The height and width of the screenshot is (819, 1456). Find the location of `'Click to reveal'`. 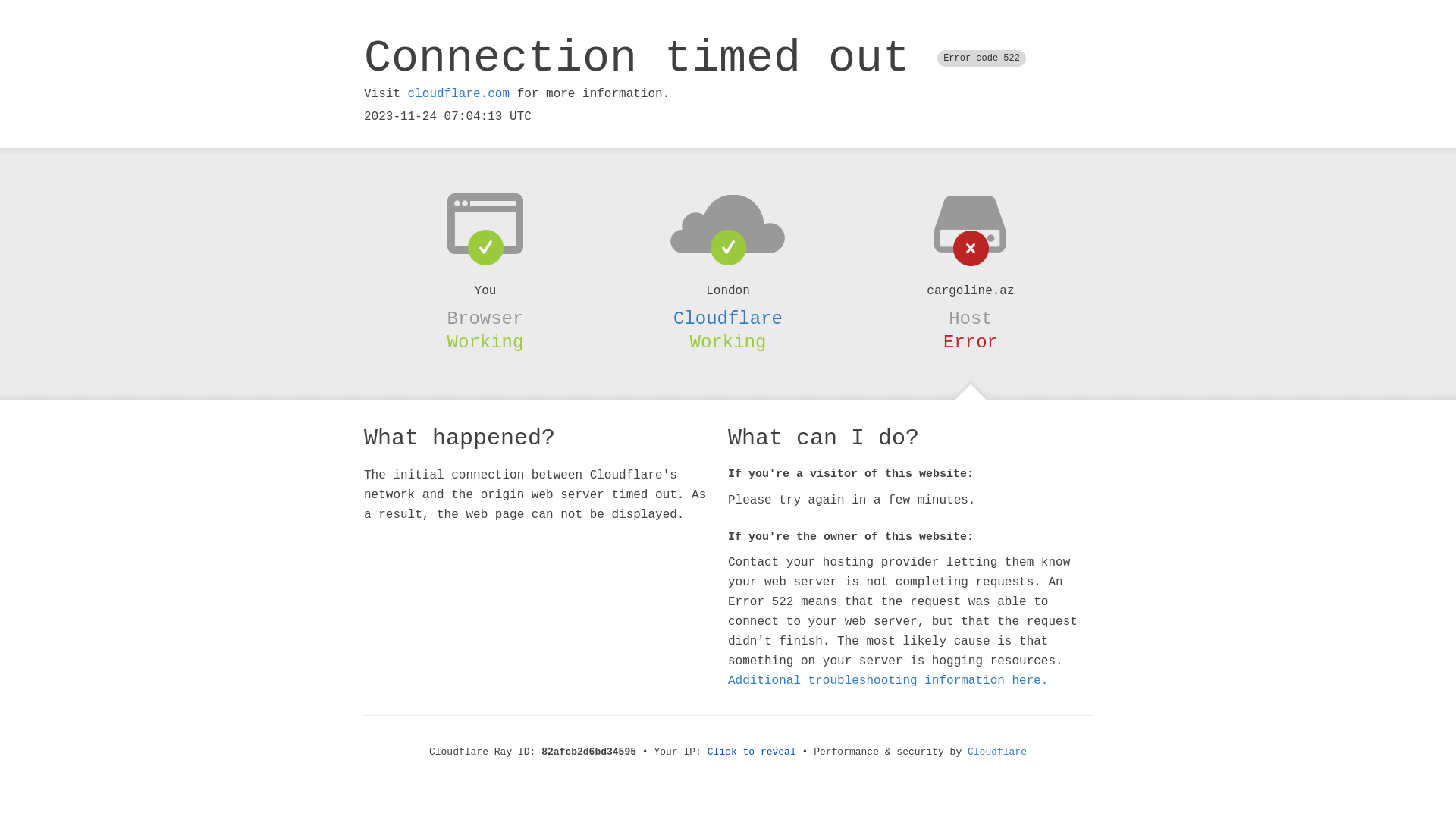

'Click to reveal' is located at coordinates (752, 752).